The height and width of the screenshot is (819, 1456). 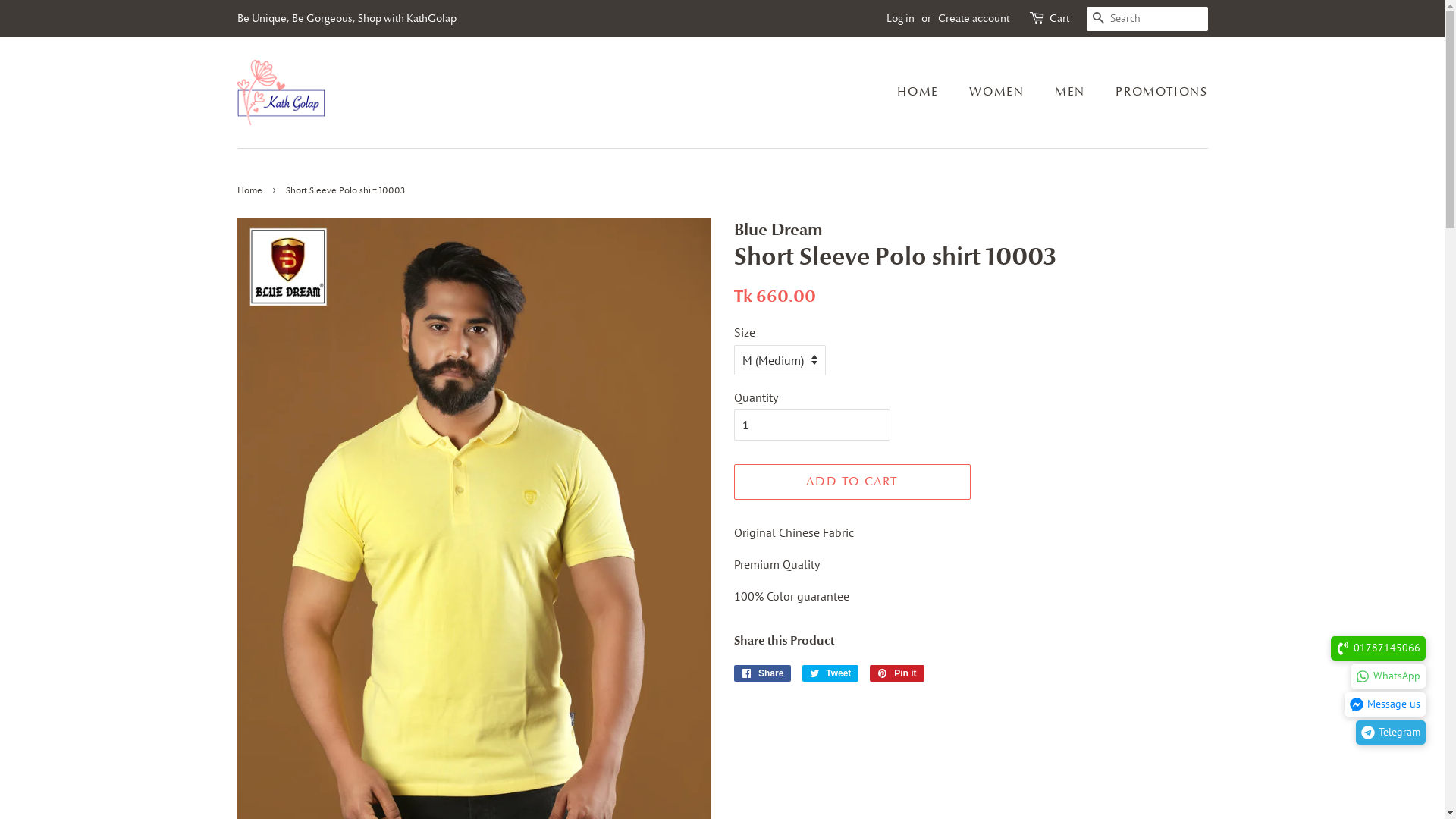 What do you see at coordinates (1098, 19) in the screenshot?
I see `'SEARCH'` at bounding box center [1098, 19].